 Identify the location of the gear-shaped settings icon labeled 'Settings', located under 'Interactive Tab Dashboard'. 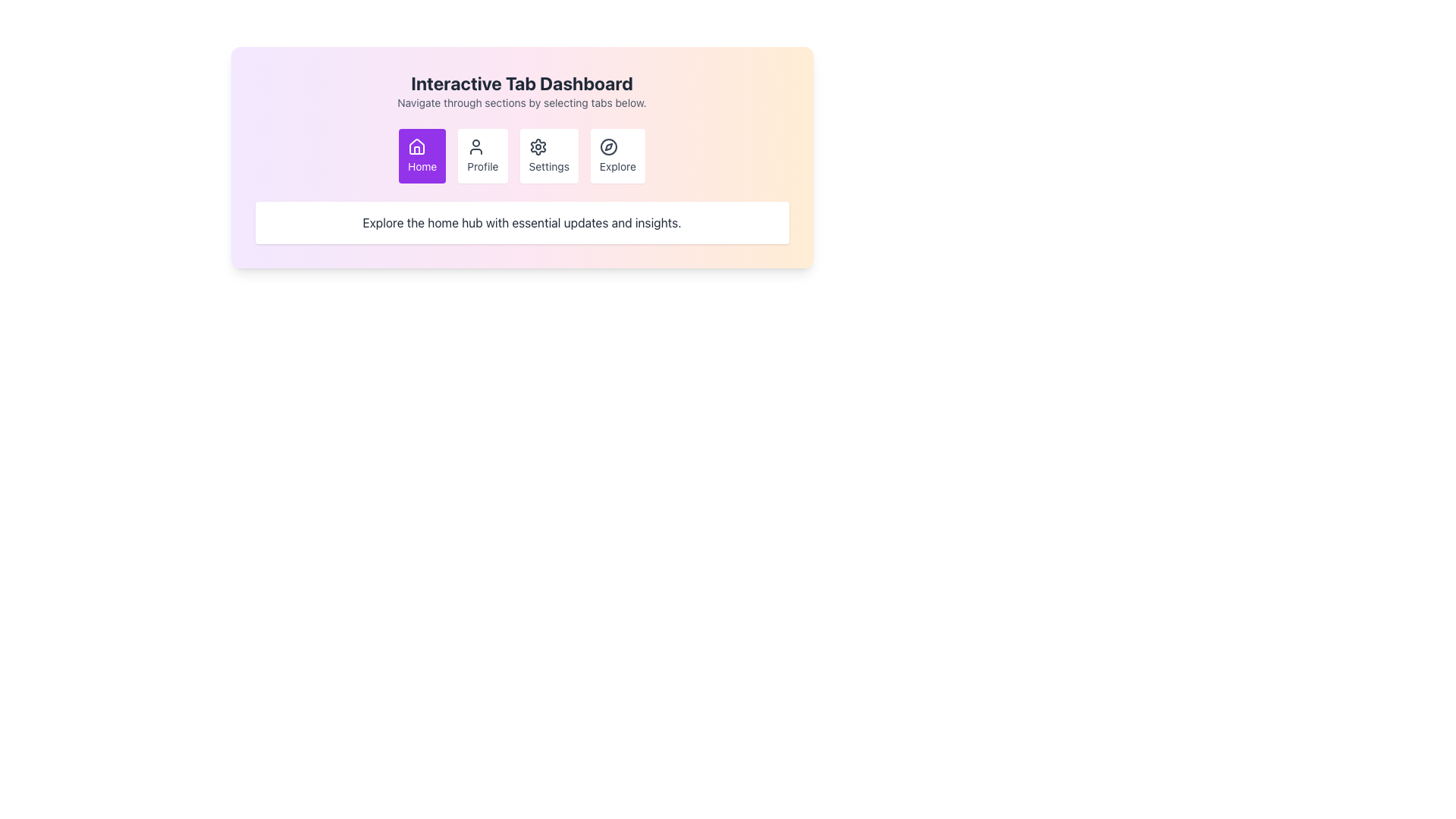
(538, 146).